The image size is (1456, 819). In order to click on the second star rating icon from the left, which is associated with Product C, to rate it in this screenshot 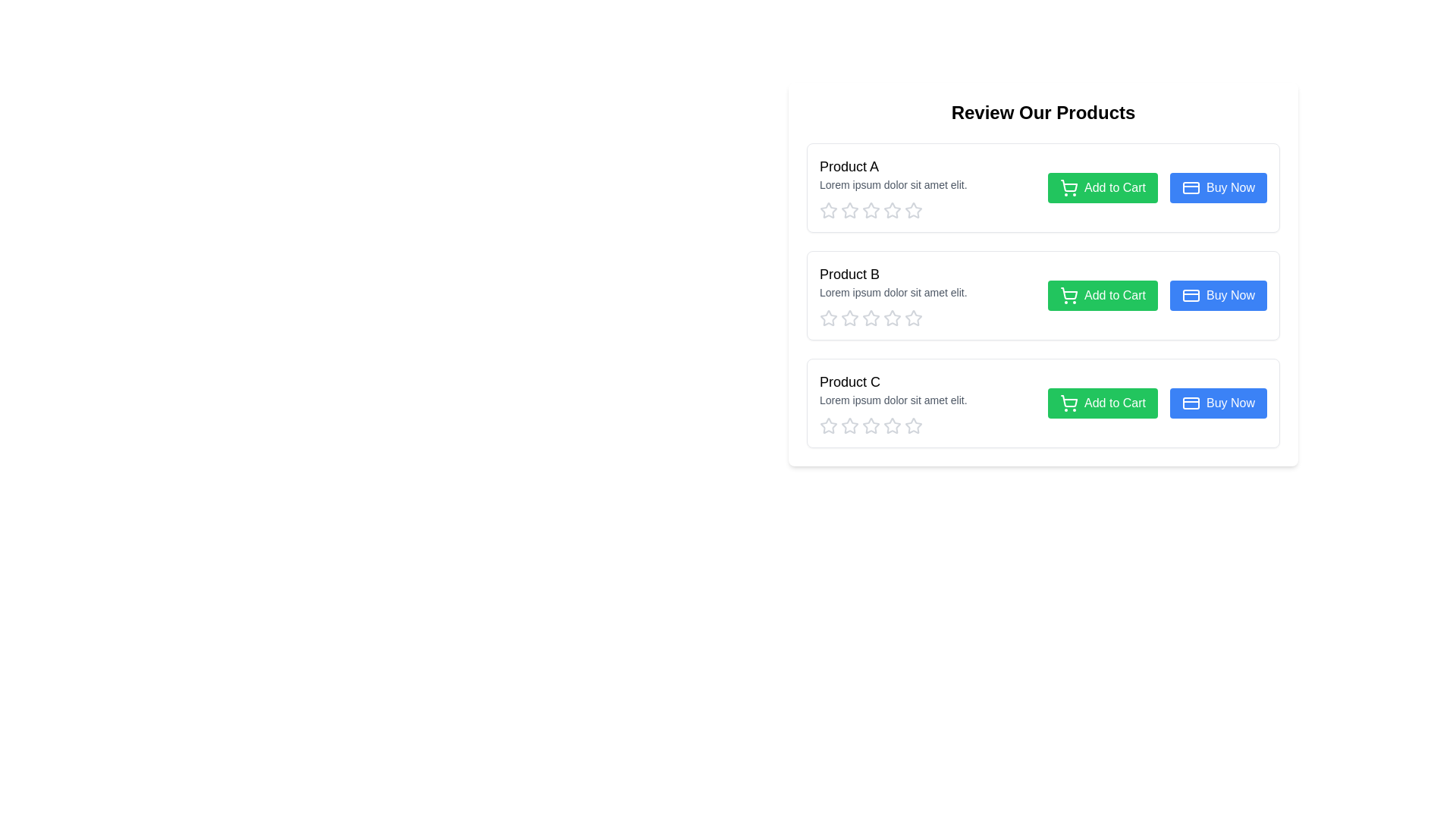, I will do `click(850, 426)`.